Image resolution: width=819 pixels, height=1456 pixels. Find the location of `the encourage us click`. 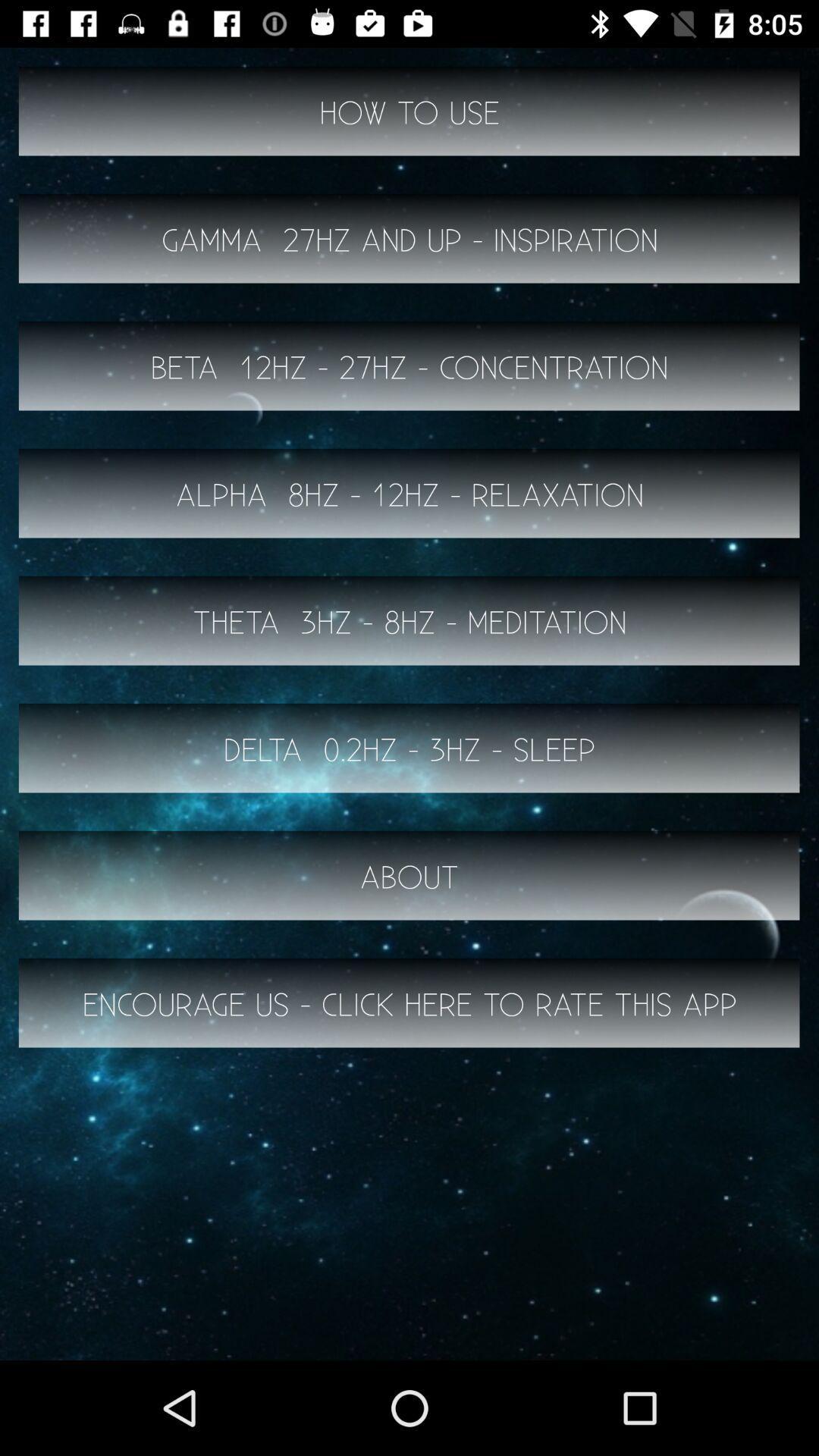

the encourage us click is located at coordinates (409, 1003).